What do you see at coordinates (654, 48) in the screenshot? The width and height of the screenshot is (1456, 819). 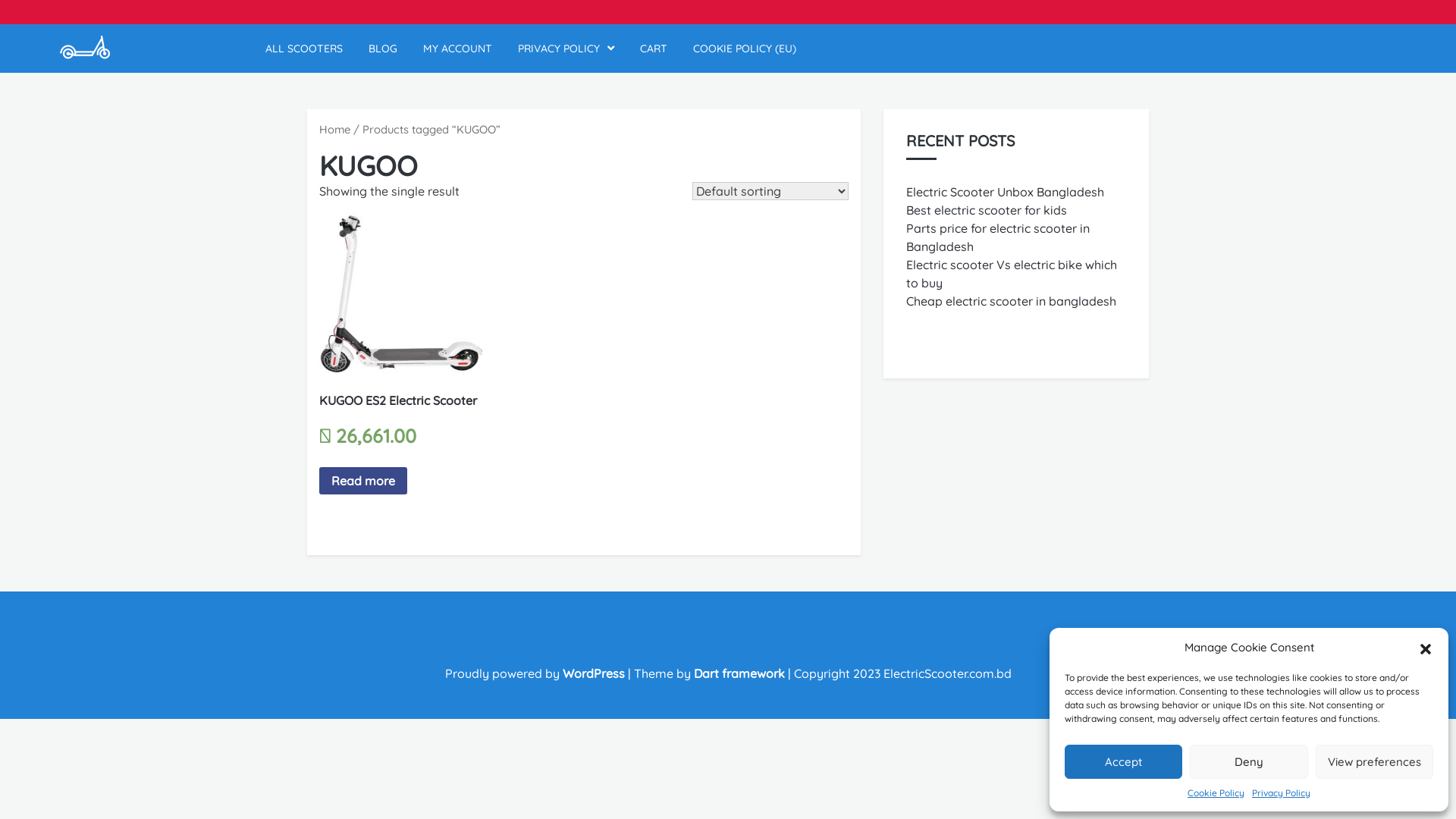 I see `'CART'` at bounding box center [654, 48].